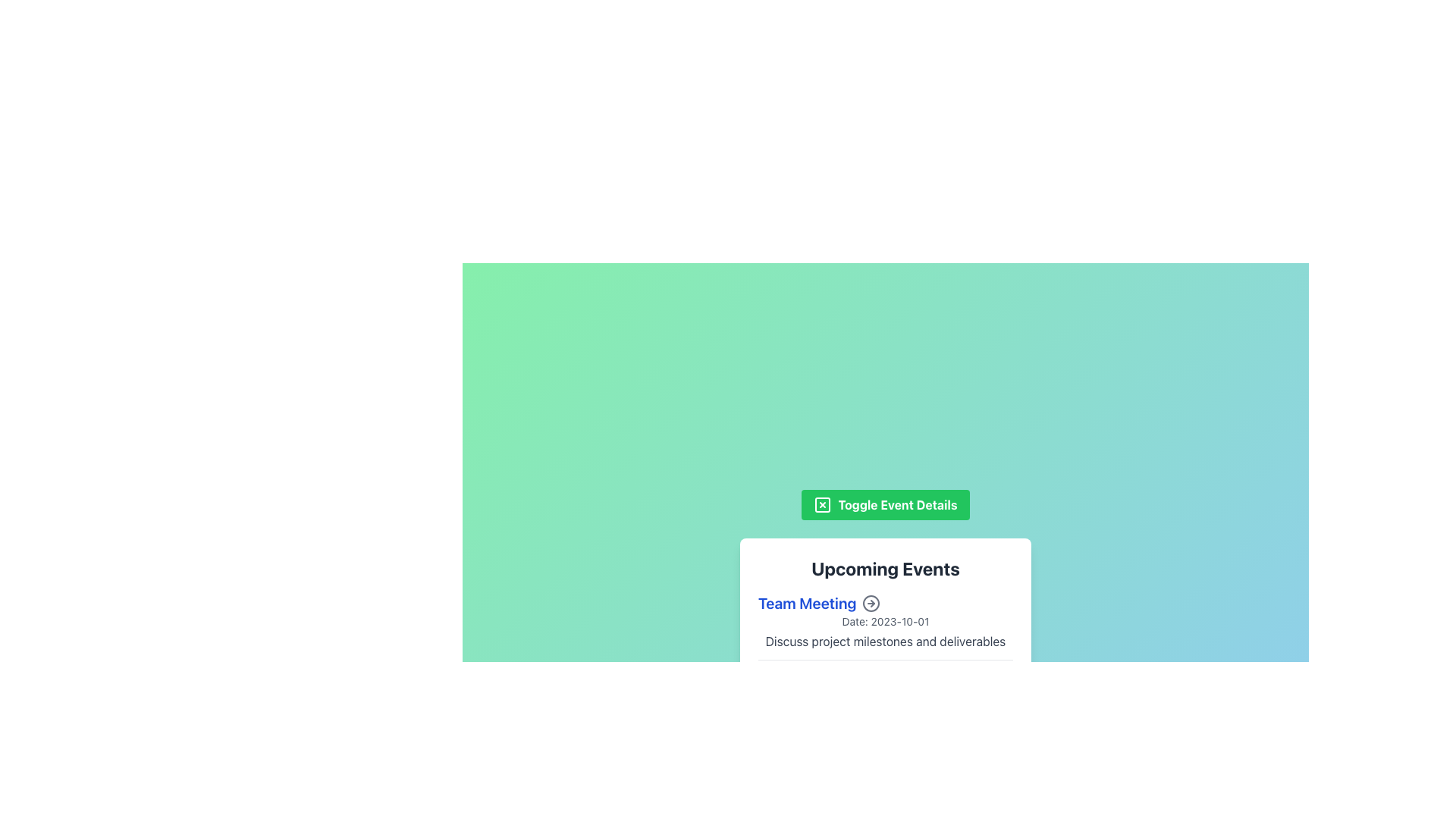 The image size is (1456, 819). I want to click on the non-interactive text label displaying the date information for the event, positioned below the 'Team Meeting' heading, so click(885, 620).